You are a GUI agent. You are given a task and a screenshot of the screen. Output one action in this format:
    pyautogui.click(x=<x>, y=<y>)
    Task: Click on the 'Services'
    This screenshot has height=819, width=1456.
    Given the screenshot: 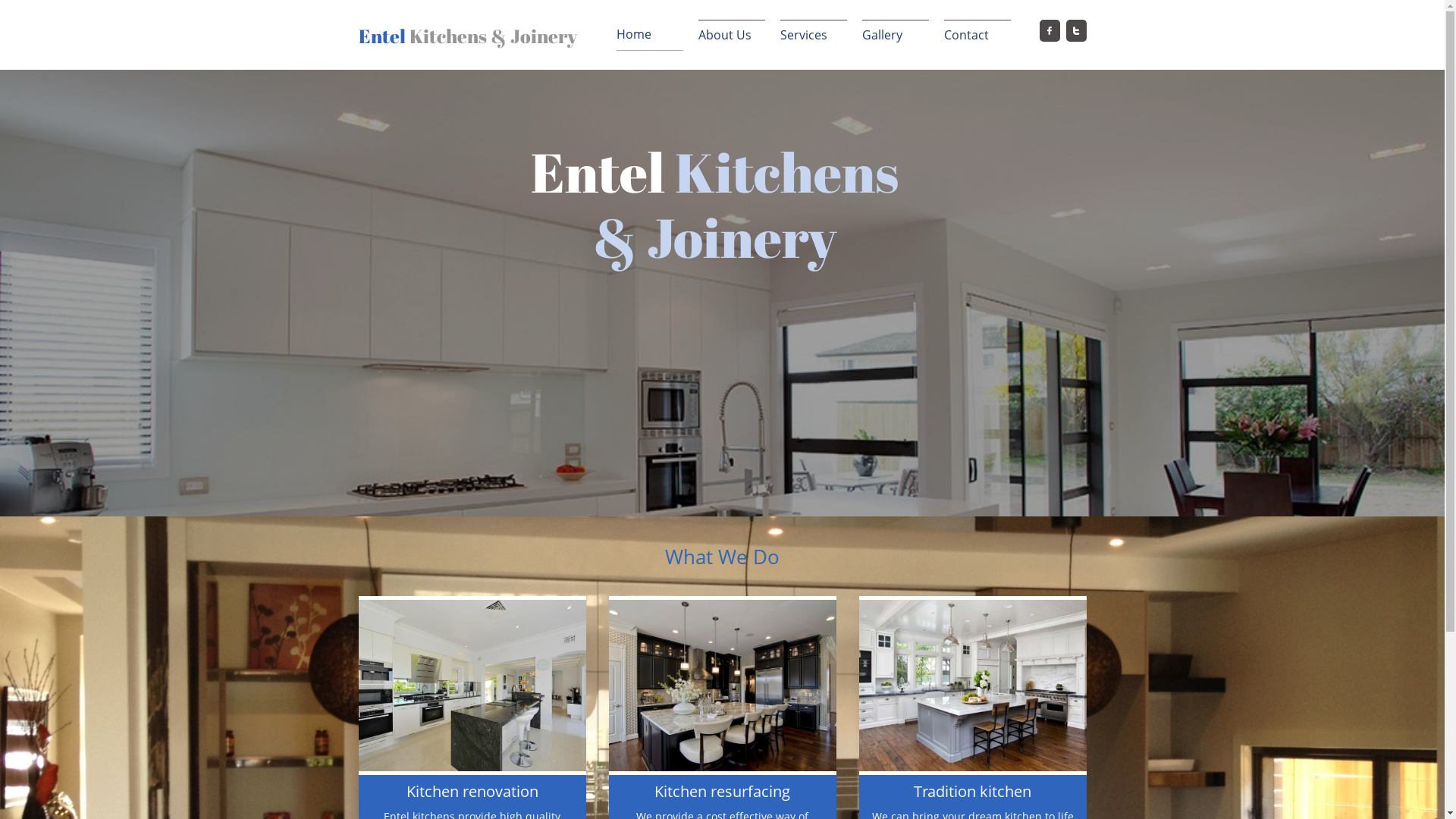 What is the action you would take?
    pyautogui.click(x=811, y=34)
    